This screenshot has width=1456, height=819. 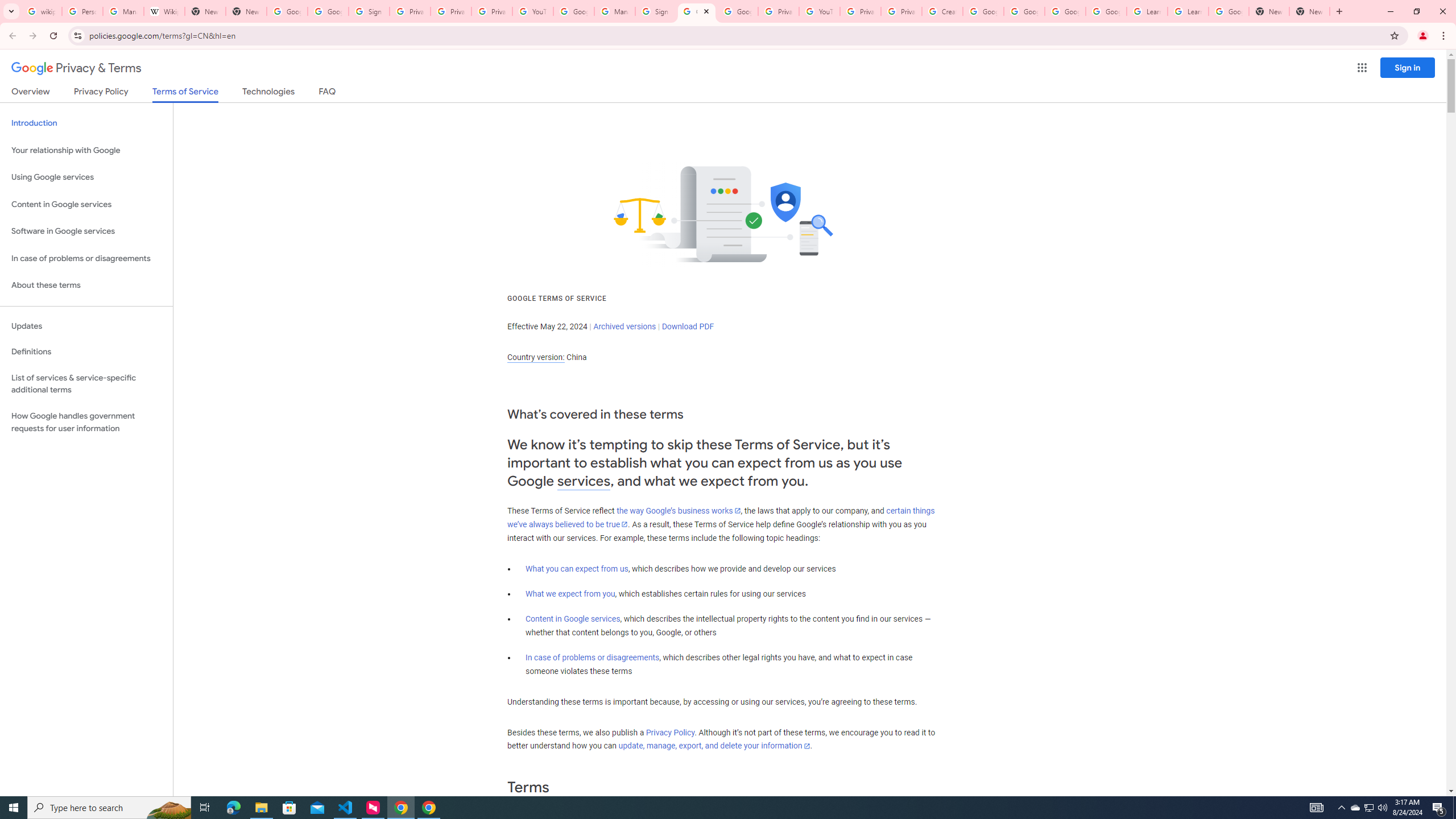 What do you see at coordinates (164, 11) in the screenshot?
I see `'Wikipedia:Edit requests - Wikipedia'` at bounding box center [164, 11].